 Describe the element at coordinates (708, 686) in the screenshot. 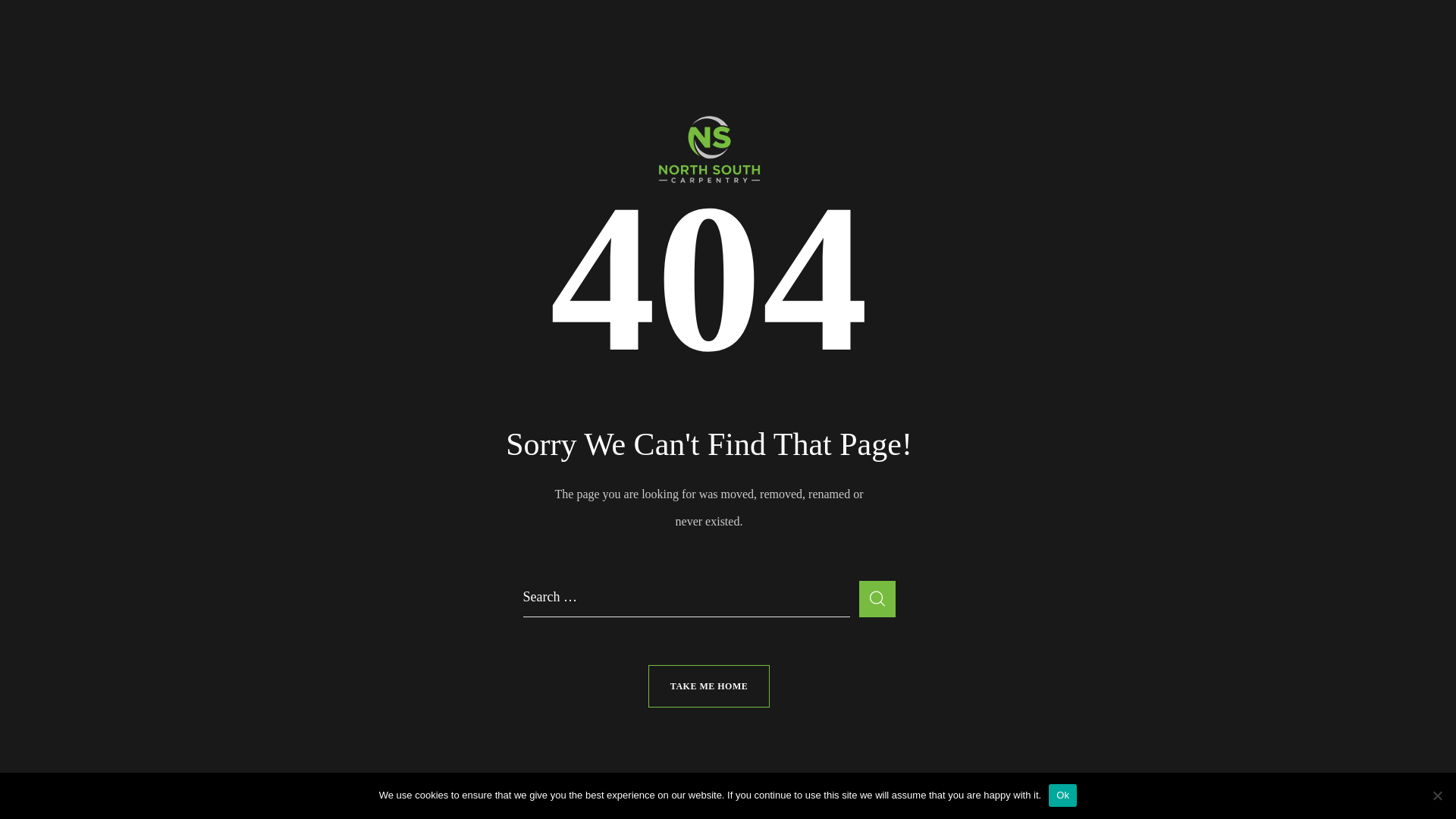

I see `'TAKE ME HOME'` at that location.